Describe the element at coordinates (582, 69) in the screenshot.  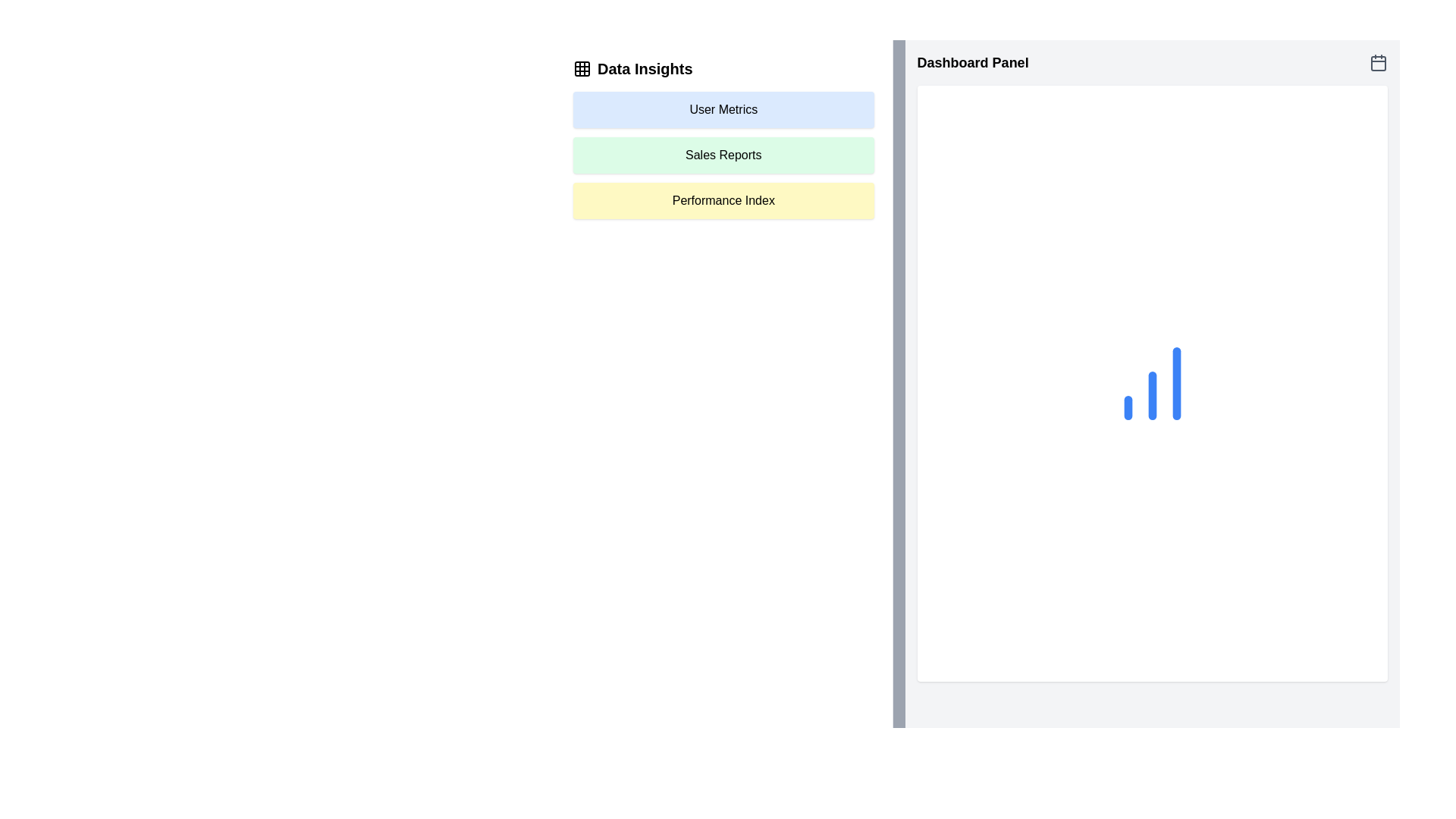
I see `the grid icon located to the immediate left of the 'Data Insights' text, which serves as a menu button for the Data Insights section` at that location.